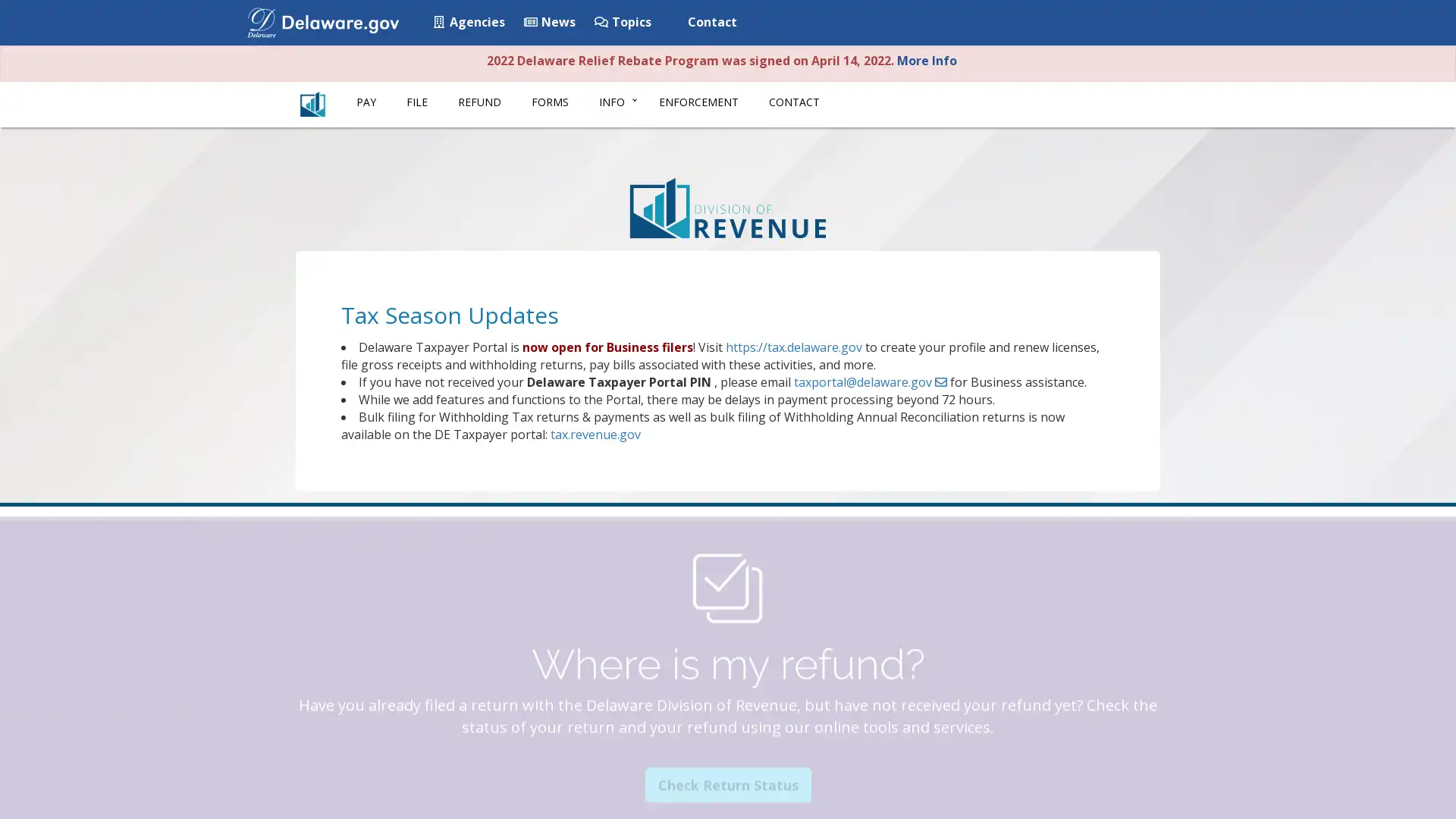 The width and height of the screenshot is (1456, 819). What do you see at coordinates (1155, 24) in the screenshot?
I see `Submit` at bounding box center [1155, 24].